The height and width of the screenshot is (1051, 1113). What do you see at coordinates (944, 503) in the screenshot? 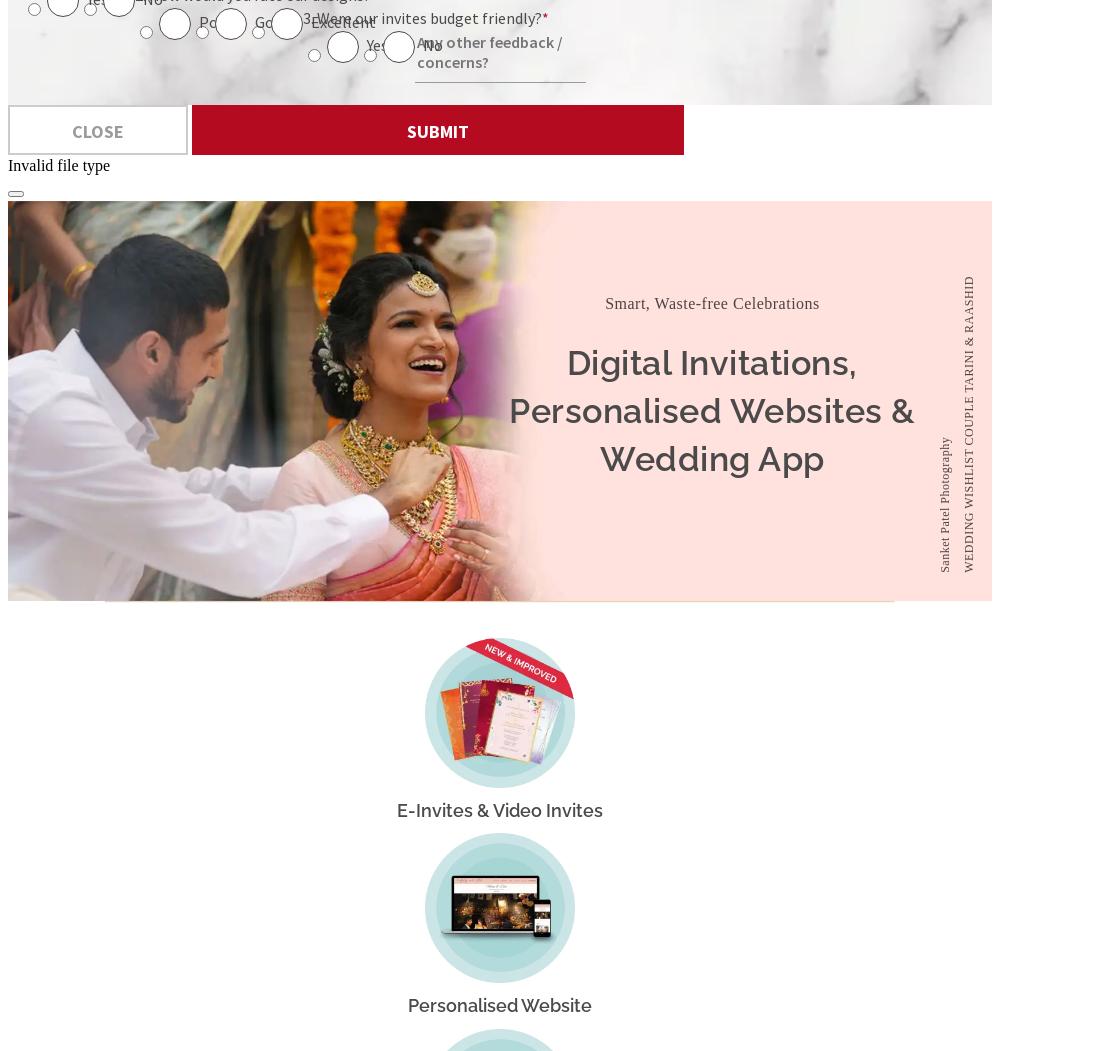
I see `'Sanket Patel Photography'` at bounding box center [944, 503].